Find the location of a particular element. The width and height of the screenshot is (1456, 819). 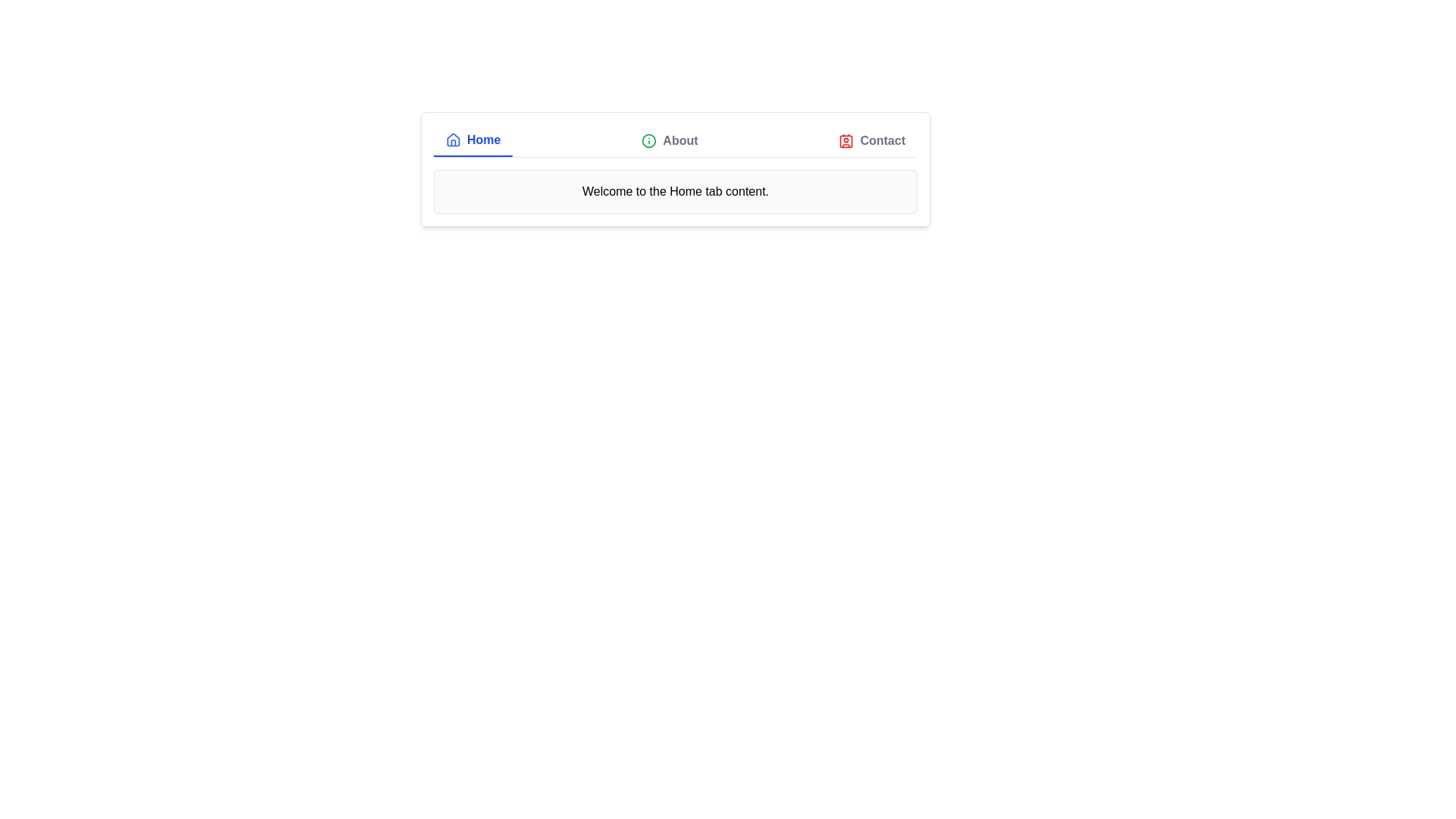

the 'Home' tab in the navigation menu is located at coordinates (675, 141).